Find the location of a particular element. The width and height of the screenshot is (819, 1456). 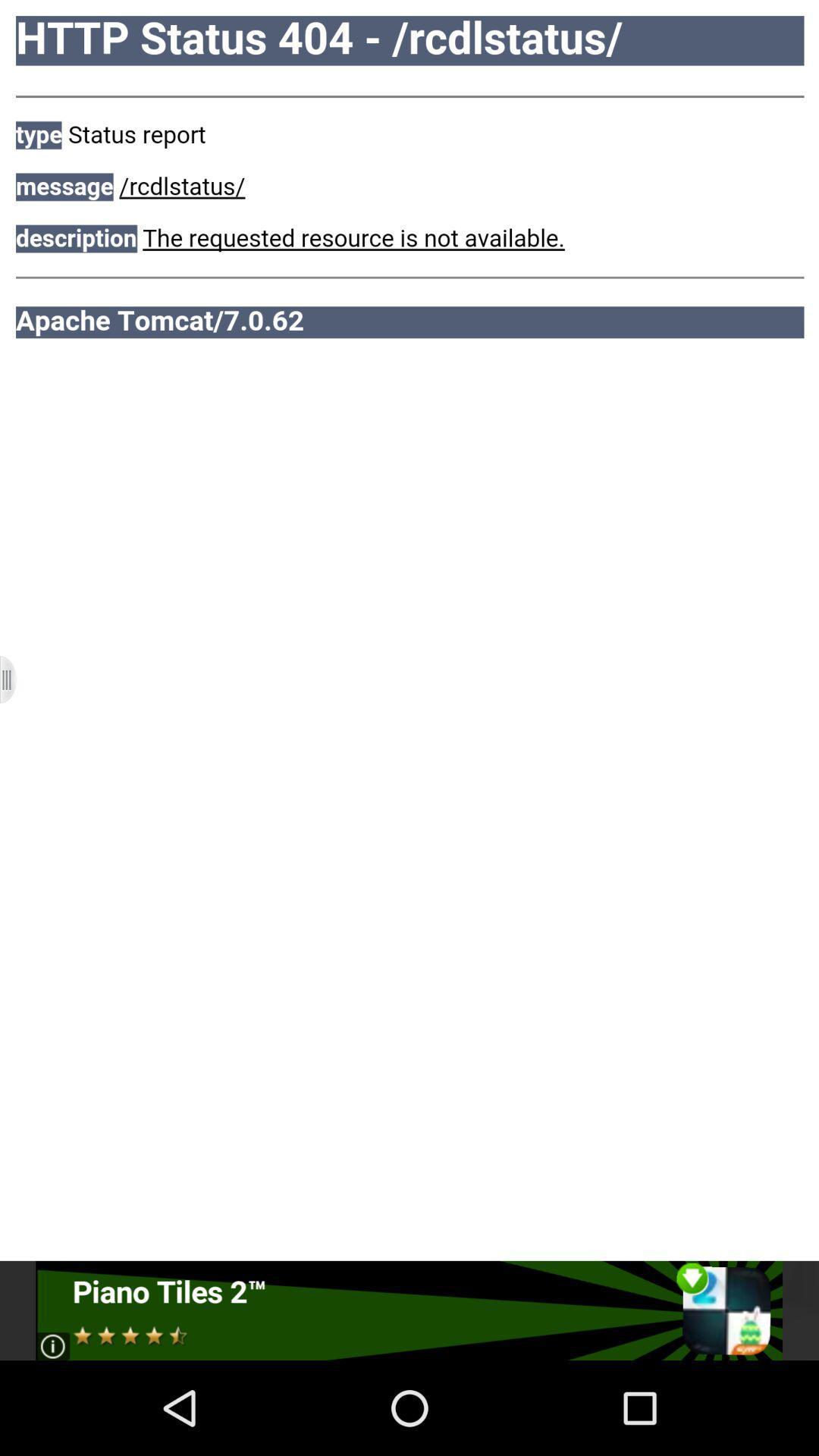

advertisement banner is located at coordinates (408, 1310).